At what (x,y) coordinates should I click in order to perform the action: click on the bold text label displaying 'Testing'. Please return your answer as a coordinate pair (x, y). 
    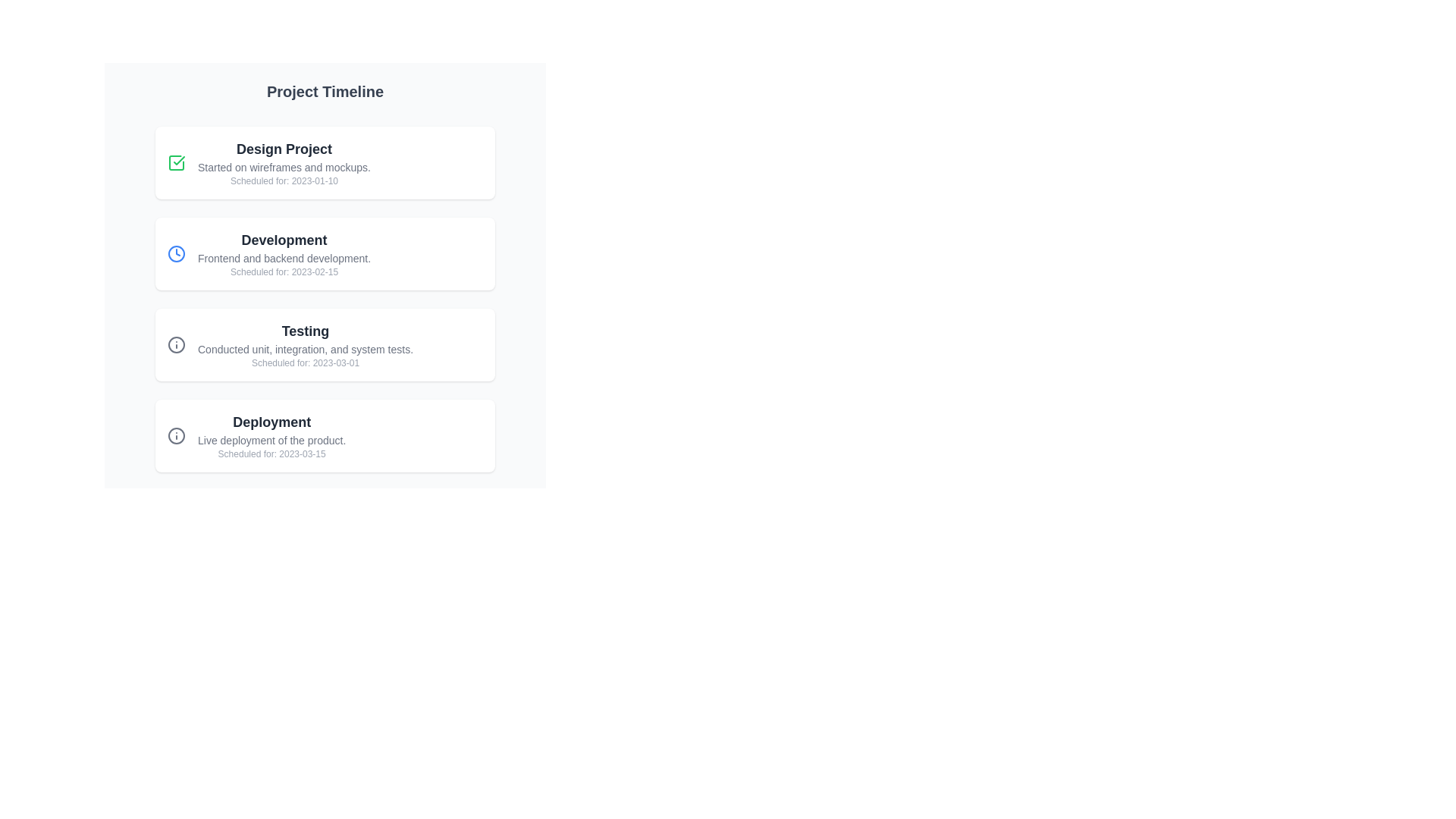
    Looking at the image, I should click on (305, 330).